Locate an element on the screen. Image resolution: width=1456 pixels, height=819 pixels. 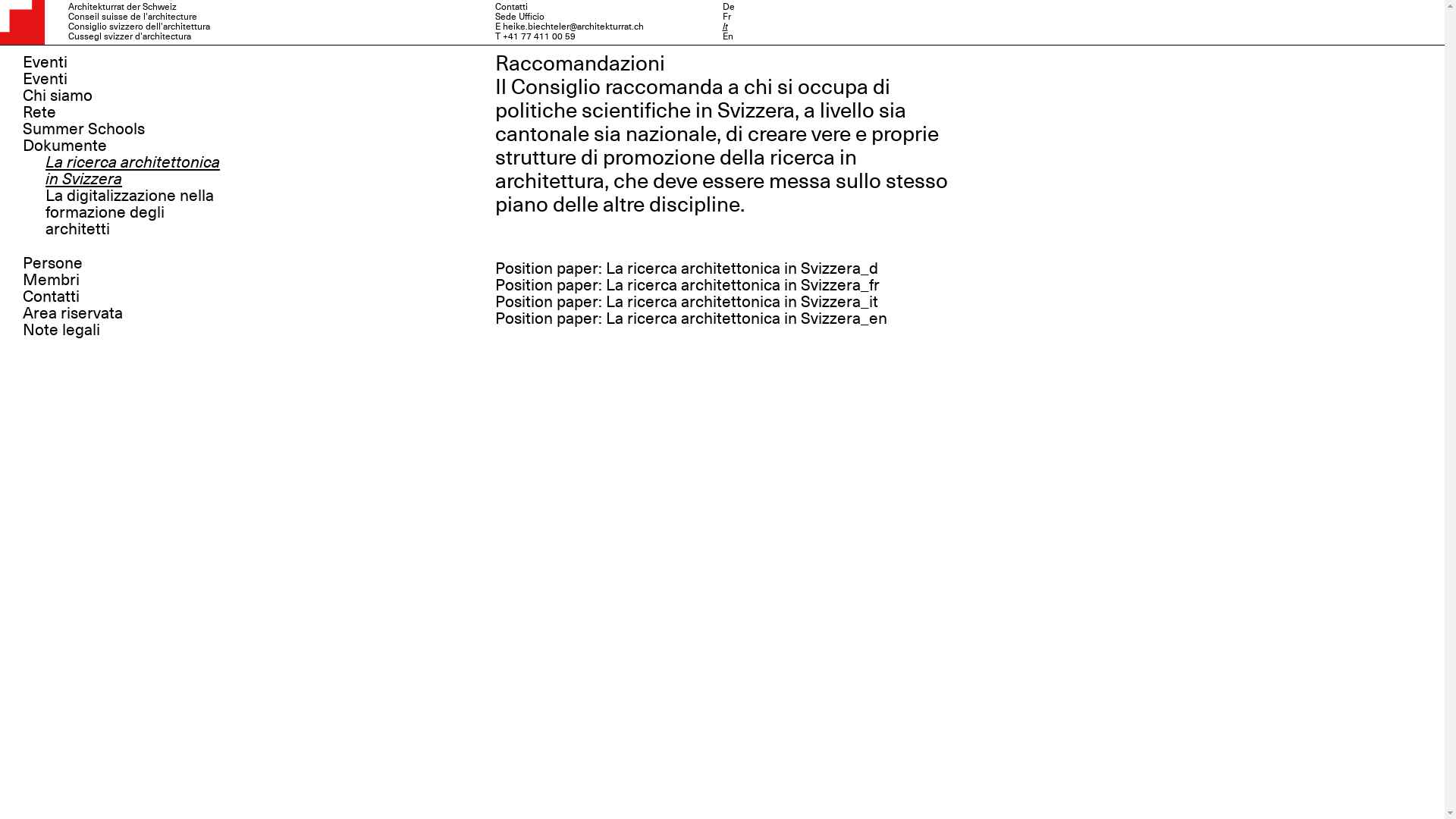
'La ricerca architettonica in Svizzera' is located at coordinates (45, 170).